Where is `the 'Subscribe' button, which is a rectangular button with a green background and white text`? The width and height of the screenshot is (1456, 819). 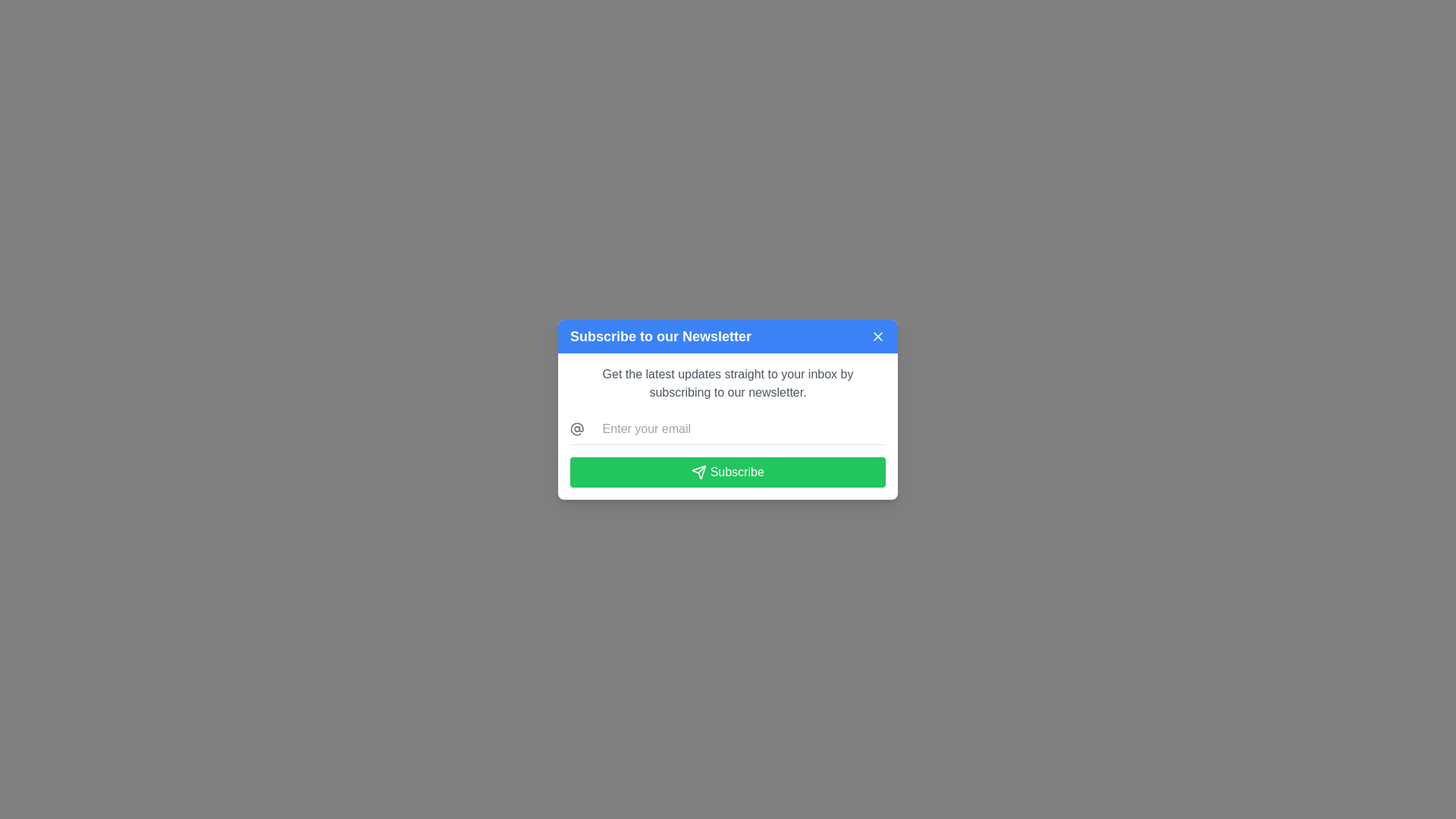 the 'Subscribe' button, which is a rectangular button with a green background and white text is located at coordinates (728, 471).